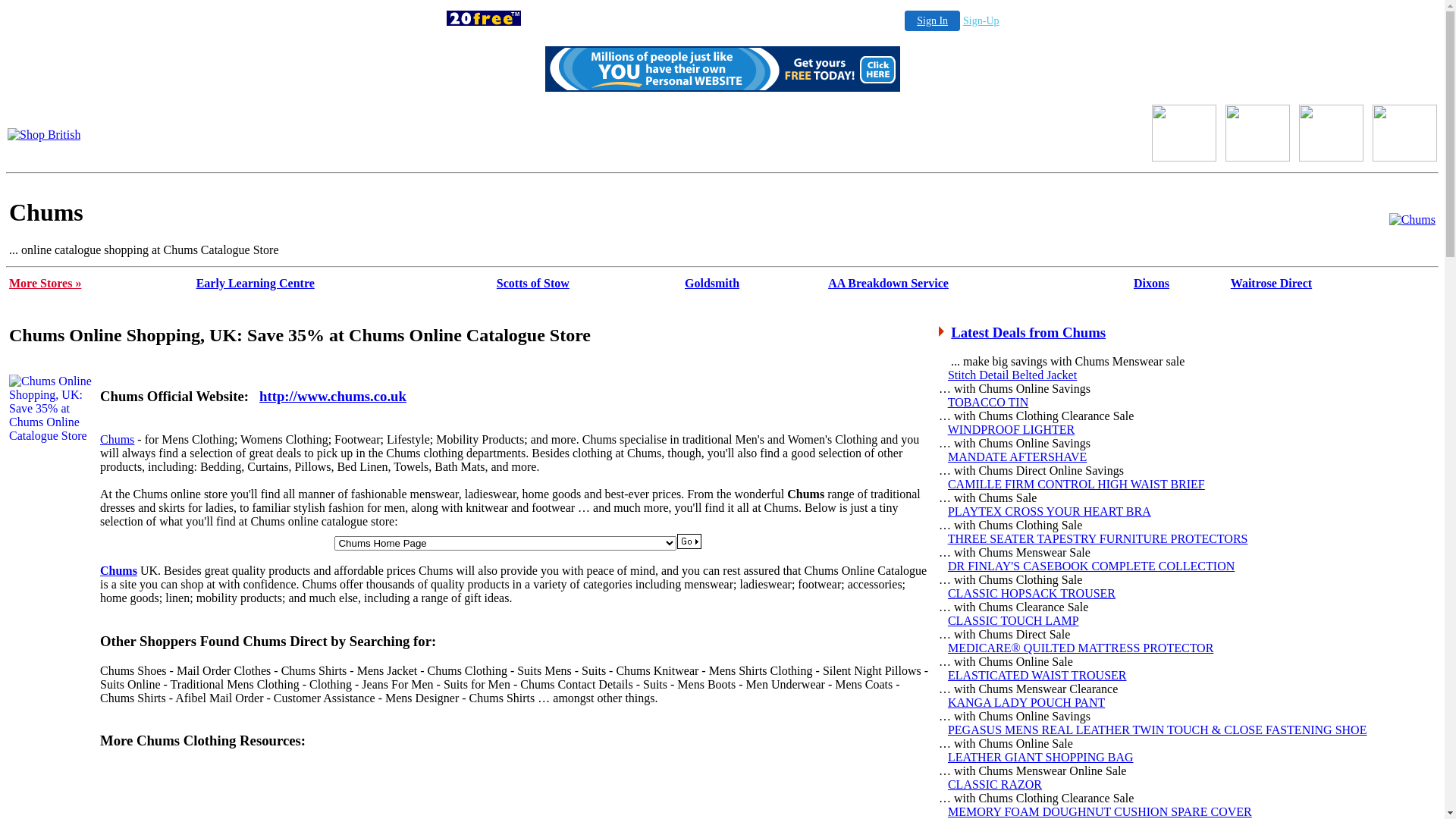 The image size is (1456, 819). Describe the element at coordinates (1411, 219) in the screenshot. I see `'Chums Catalogue'` at that location.